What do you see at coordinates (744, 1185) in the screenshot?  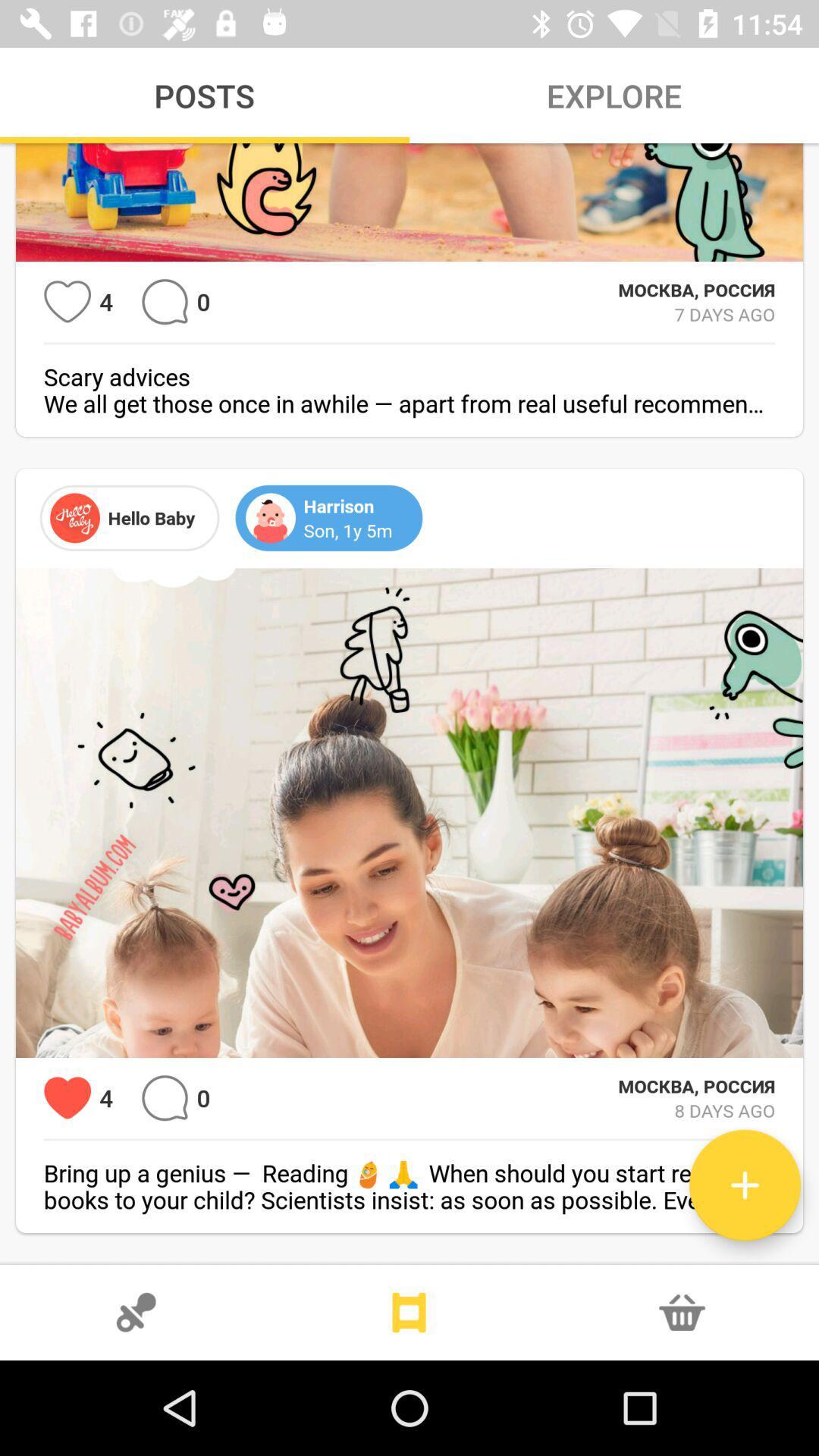 I see `post` at bounding box center [744, 1185].